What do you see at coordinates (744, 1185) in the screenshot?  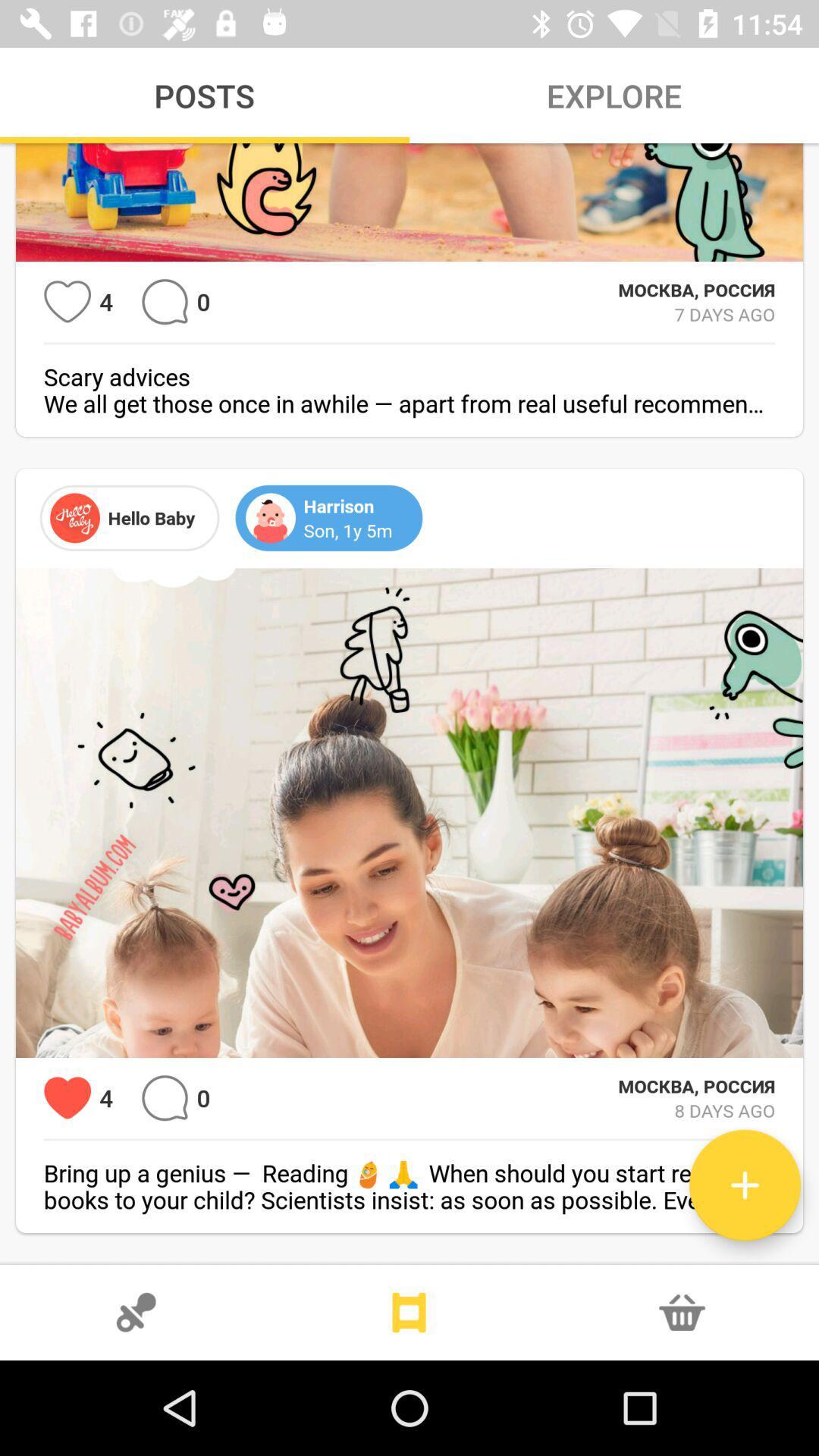 I see `post` at bounding box center [744, 1185].